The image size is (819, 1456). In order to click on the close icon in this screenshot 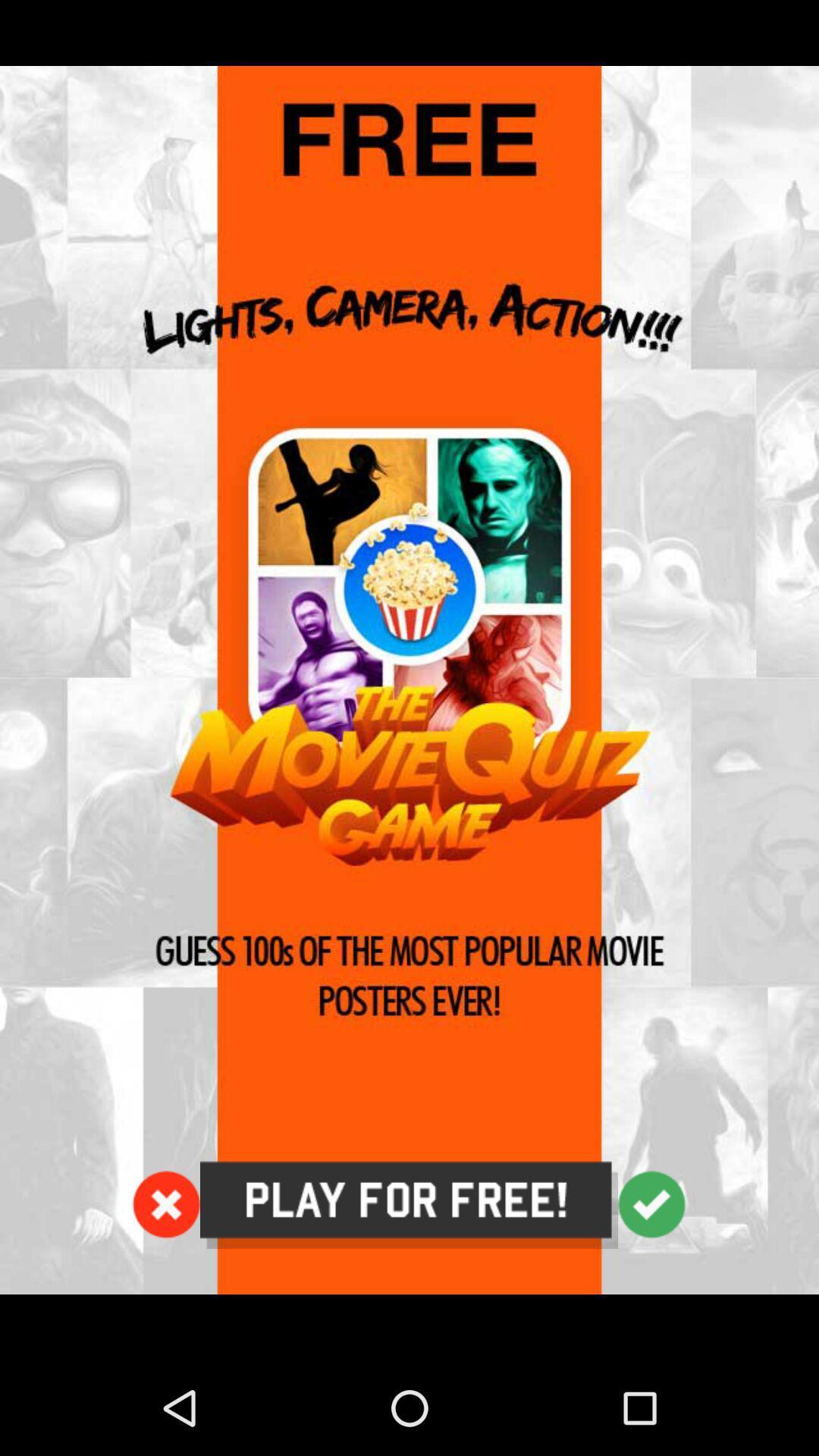, I will do `click(166, 1288)`.